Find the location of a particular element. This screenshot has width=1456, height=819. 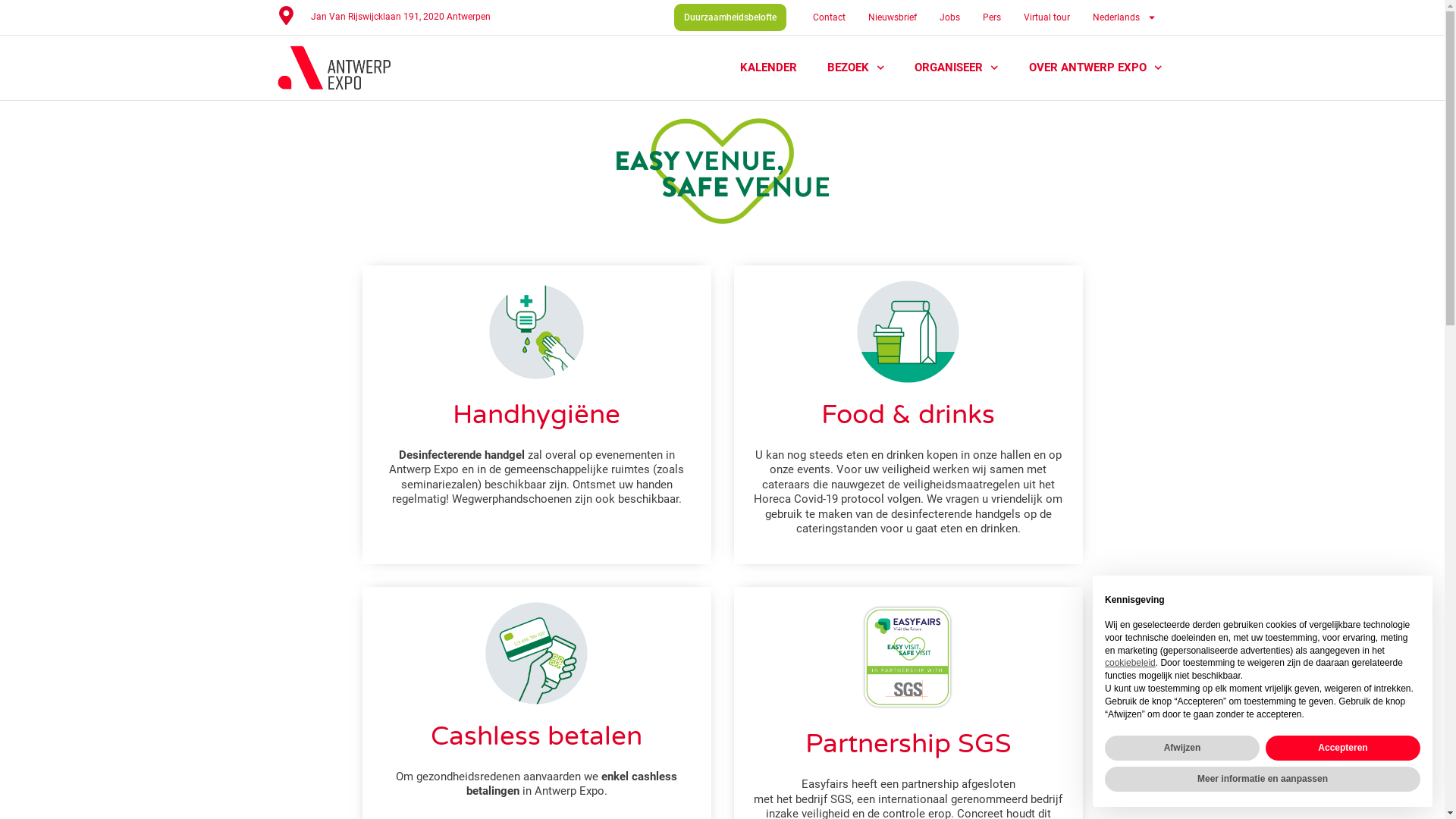

'Afwijzen' is located at coordinates (1181, 747).